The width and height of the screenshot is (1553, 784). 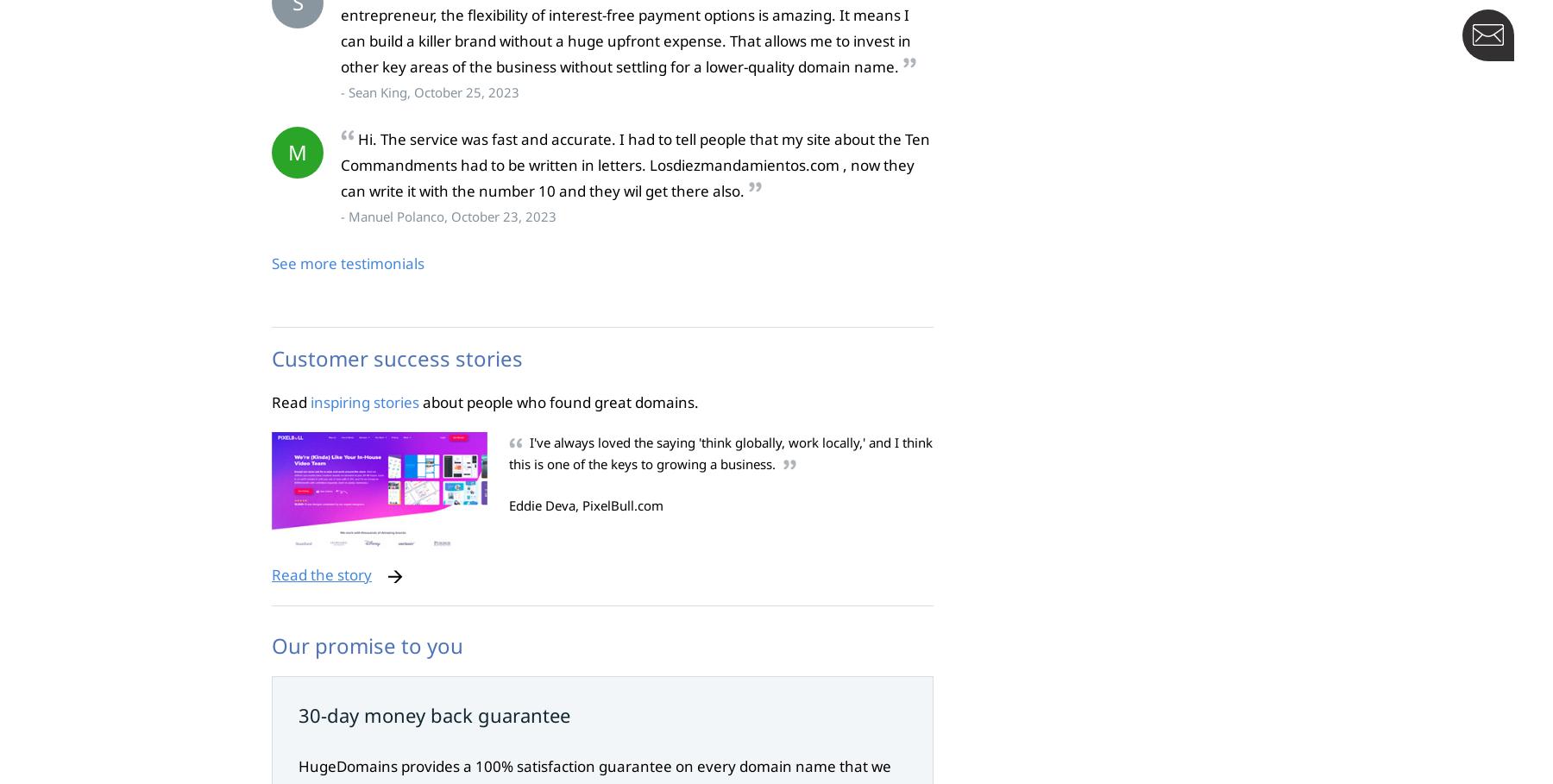 What do you see at coordinates (348, 262) in the screenshot?
I see `'See more testimonials'` at bounding box center [348, 262].